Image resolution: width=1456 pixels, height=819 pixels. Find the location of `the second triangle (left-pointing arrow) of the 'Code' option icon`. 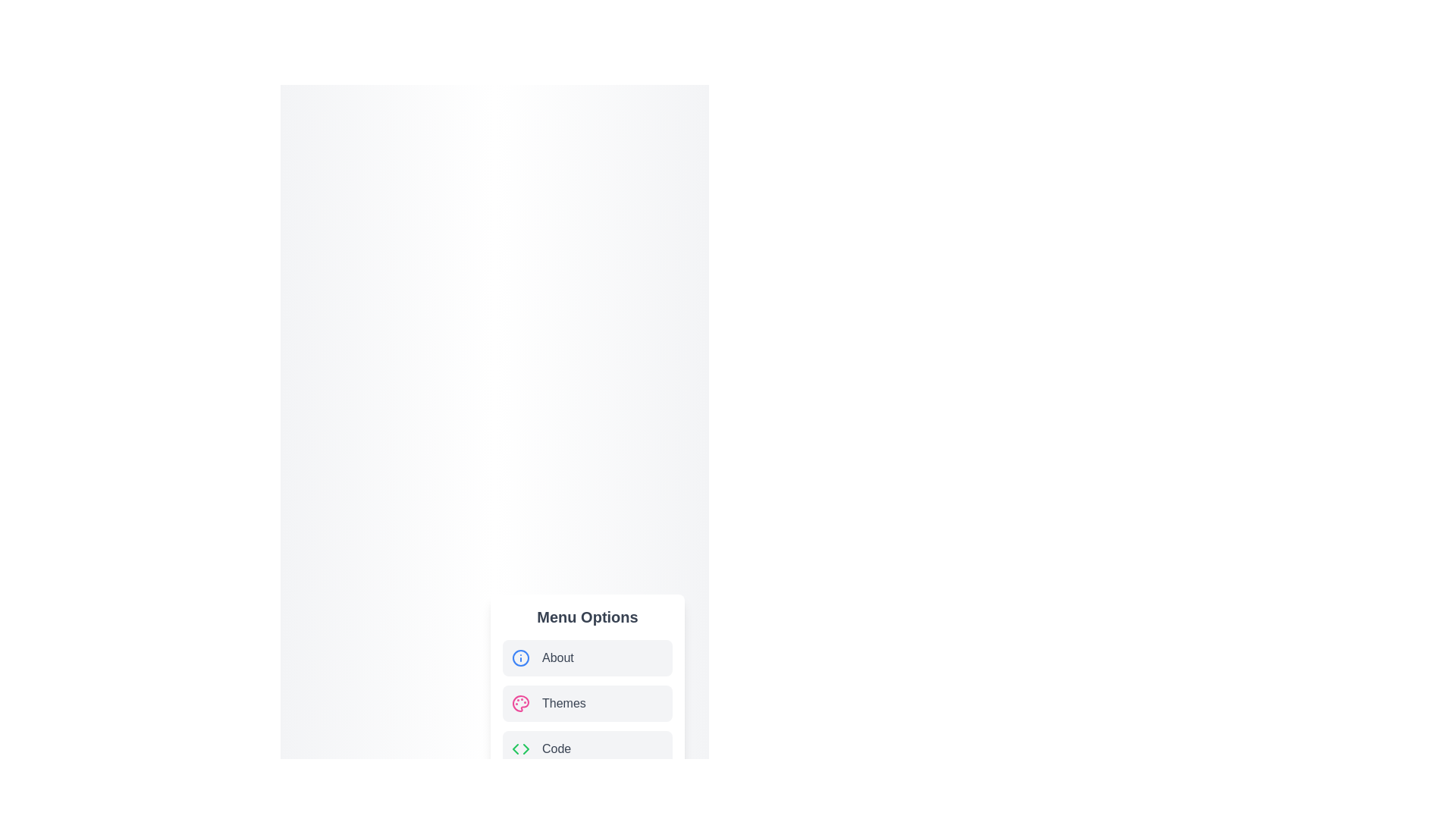

the second triangle (left-pointing arrow) of the 'Code' option icon is located at coordinates (516, 748).